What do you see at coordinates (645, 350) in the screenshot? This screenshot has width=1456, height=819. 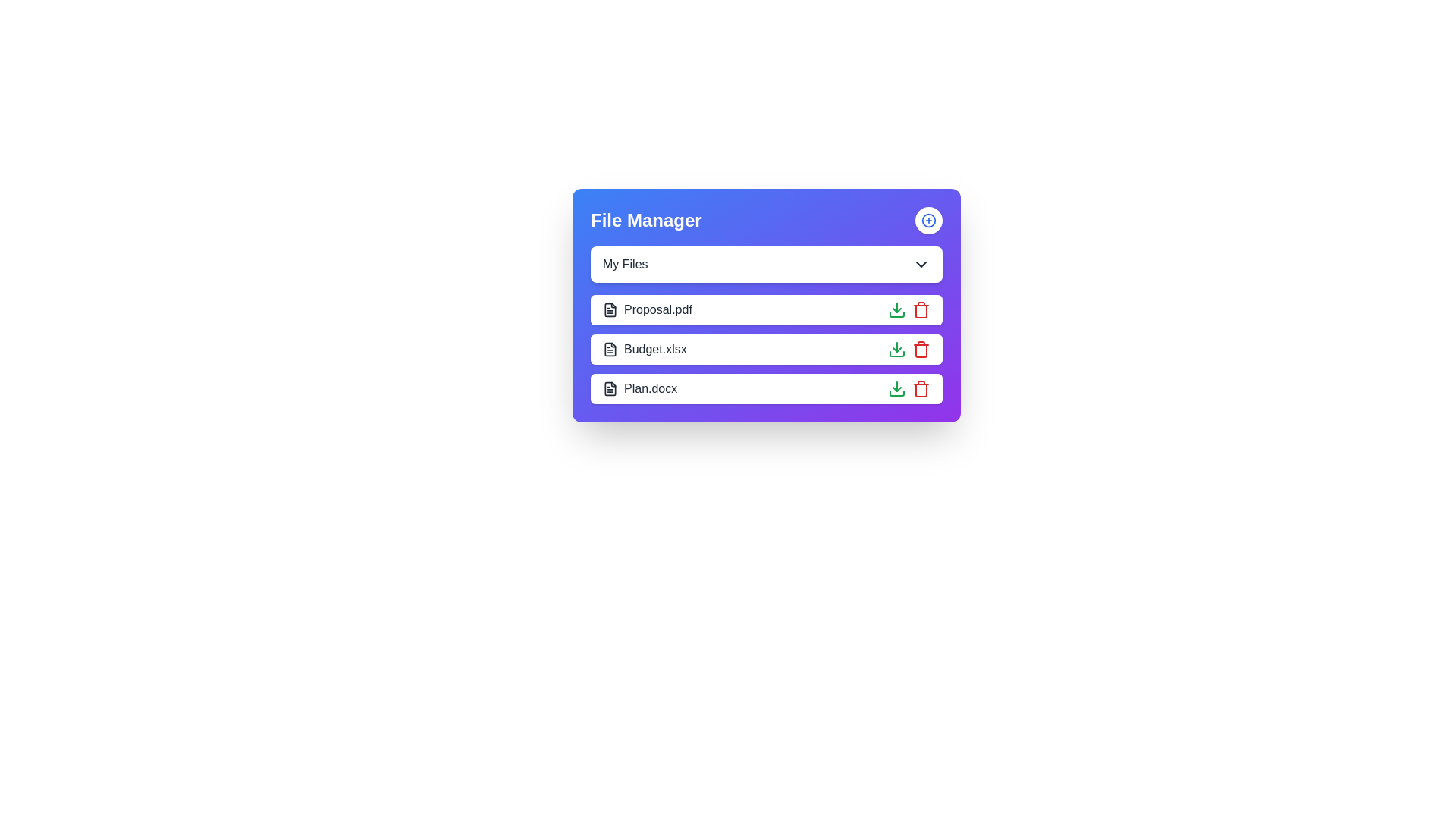 I see `the file entry labeled 'Budget.xlsx' with the accompanying document icon in the 'File Manager' section` at bounding box center [645, 350].